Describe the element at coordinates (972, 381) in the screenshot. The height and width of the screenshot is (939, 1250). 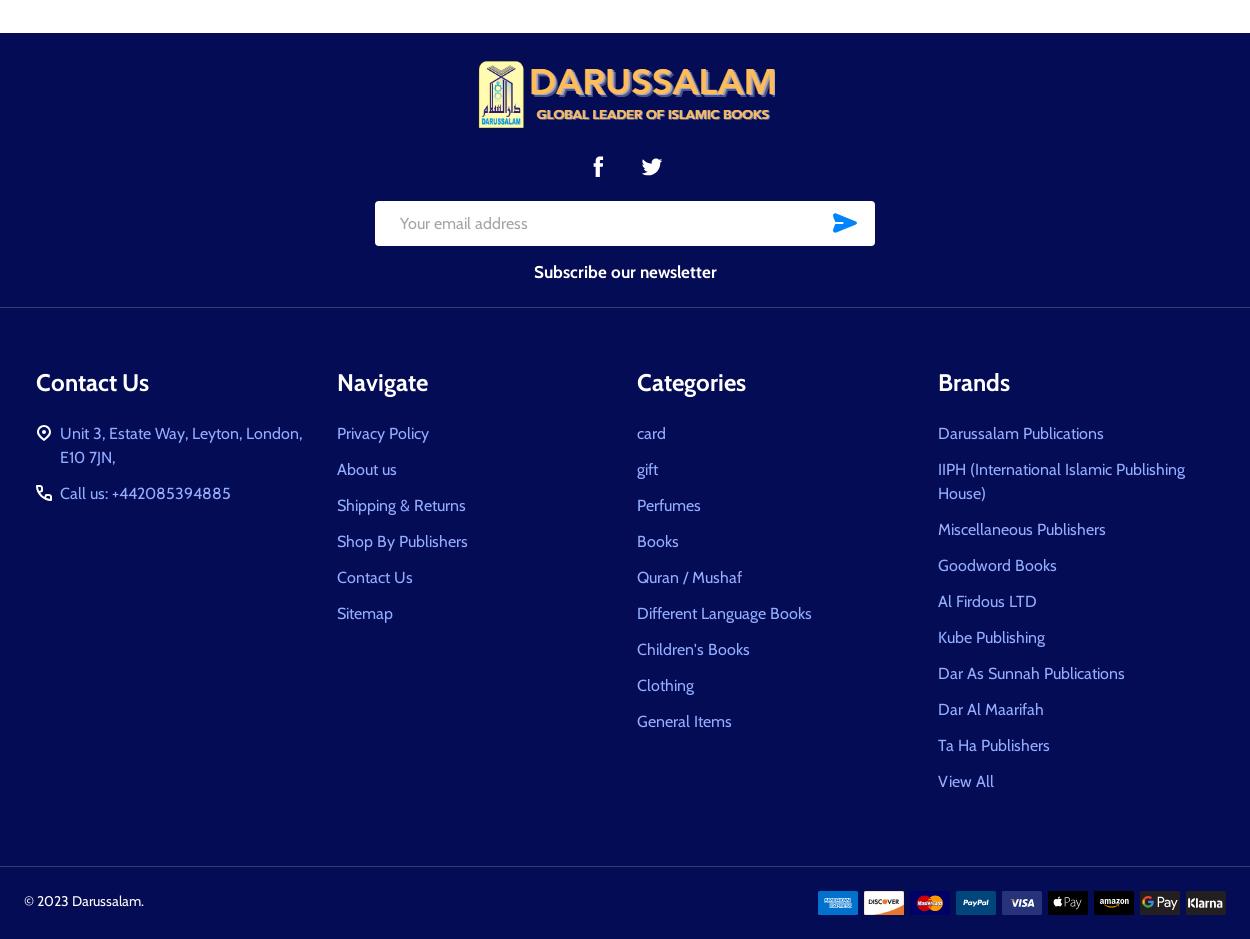
I see `'Brands'` at that location.